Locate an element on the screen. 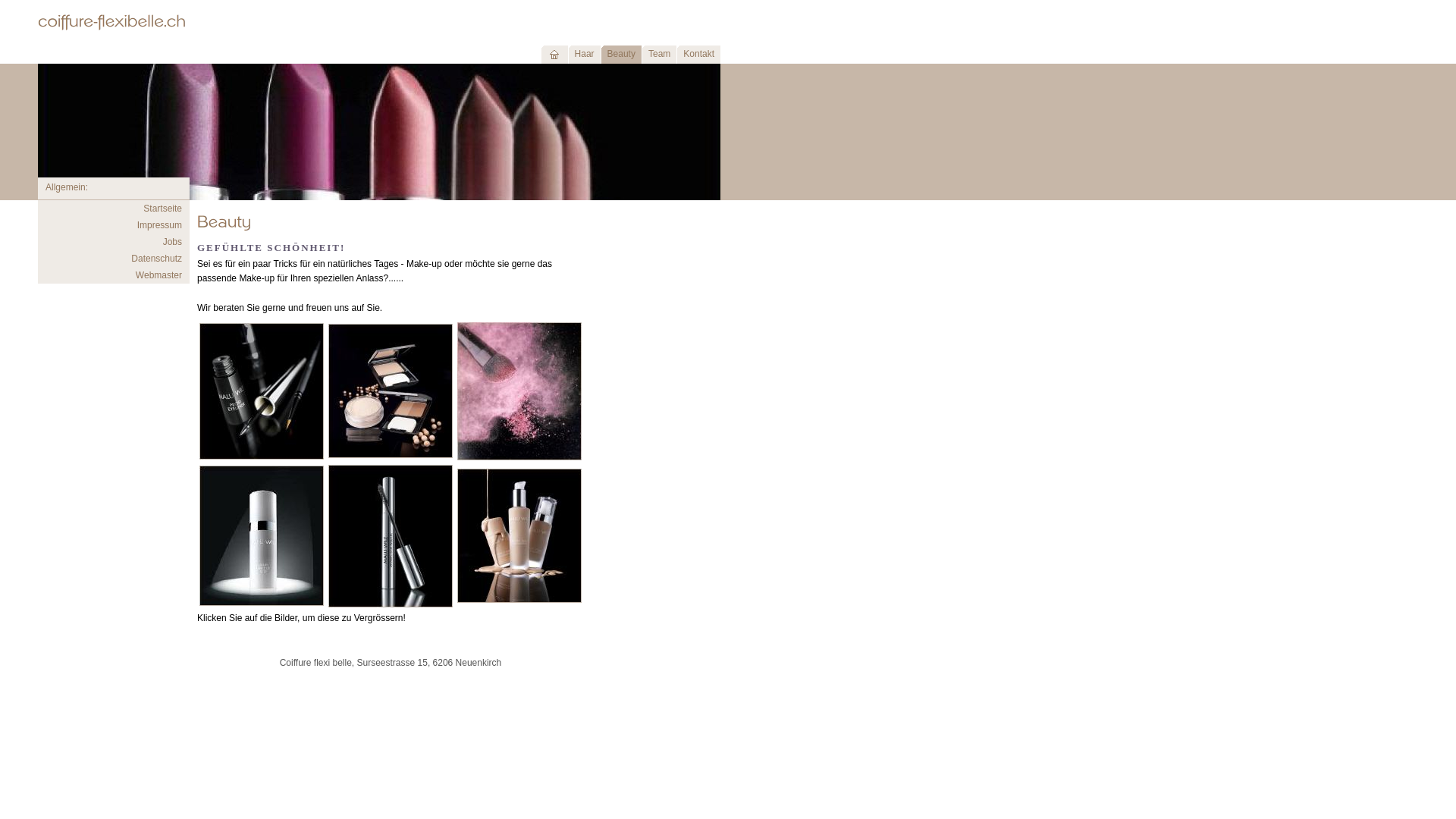 The height and width of the screenshot is (819, 1456). 'Kontakt' is located at coordinates (698, 55).